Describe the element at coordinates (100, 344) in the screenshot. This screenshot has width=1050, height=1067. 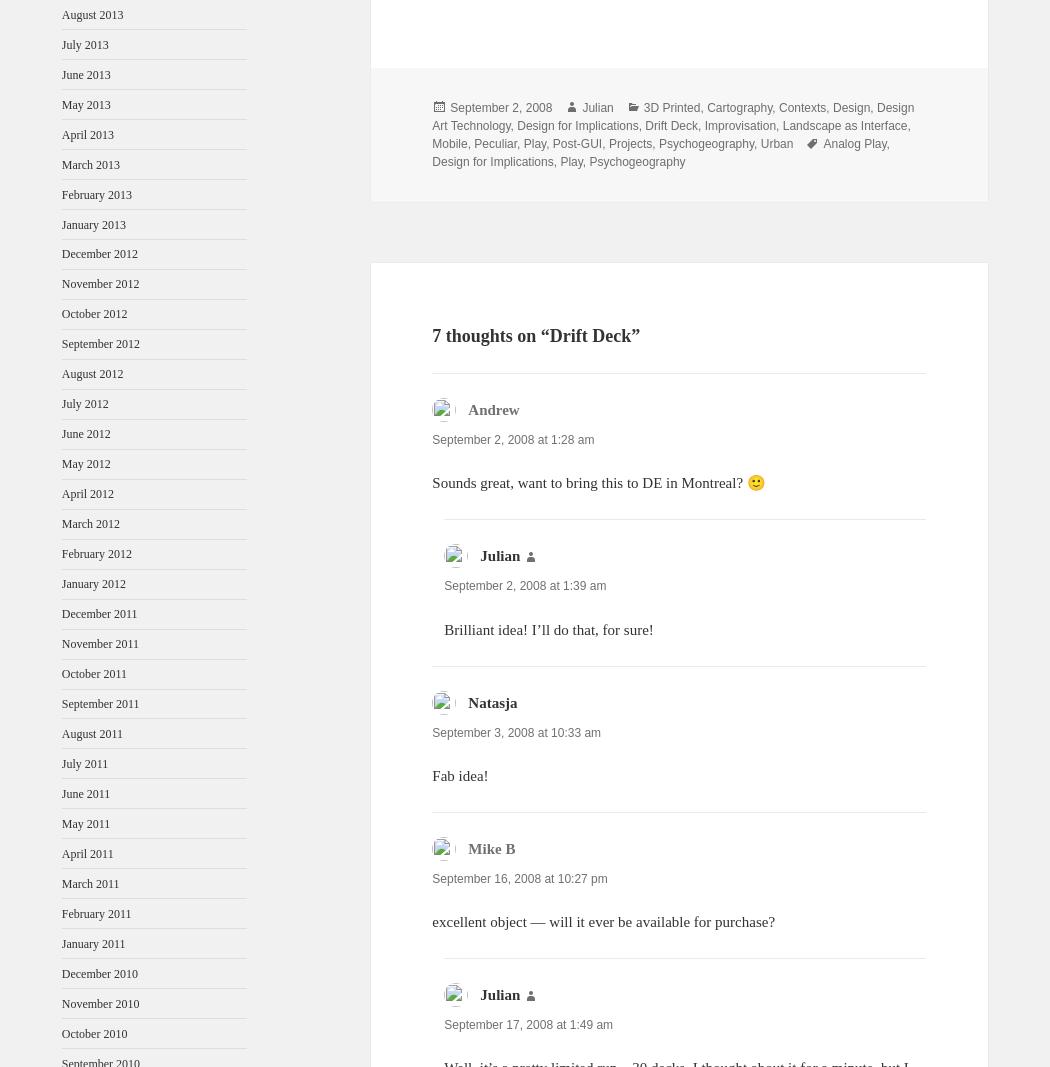
I see `'September 2012'` at that location.